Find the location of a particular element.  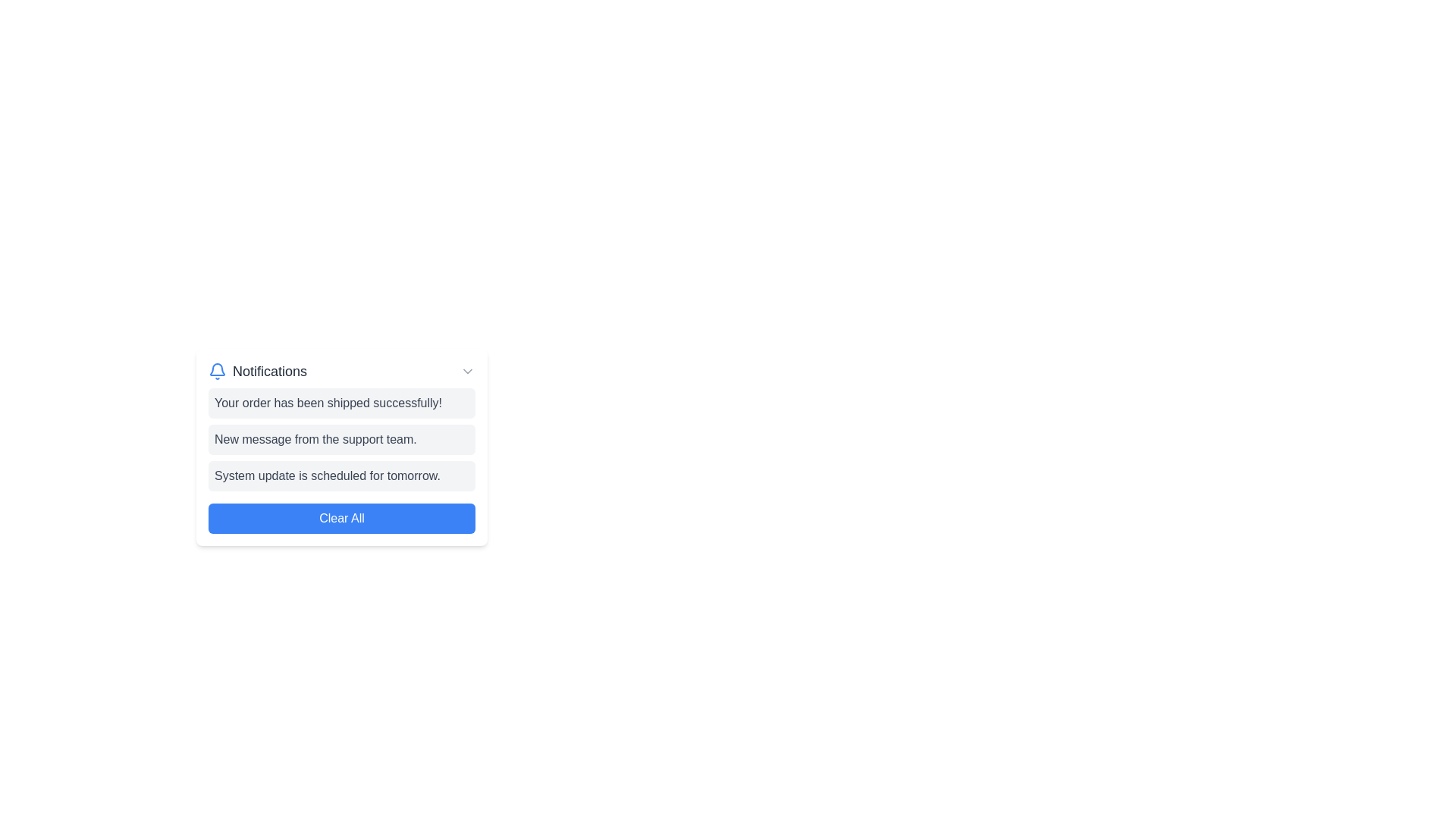

the 'Clear All' button to clear notifications is located at coordinates (341, 517).